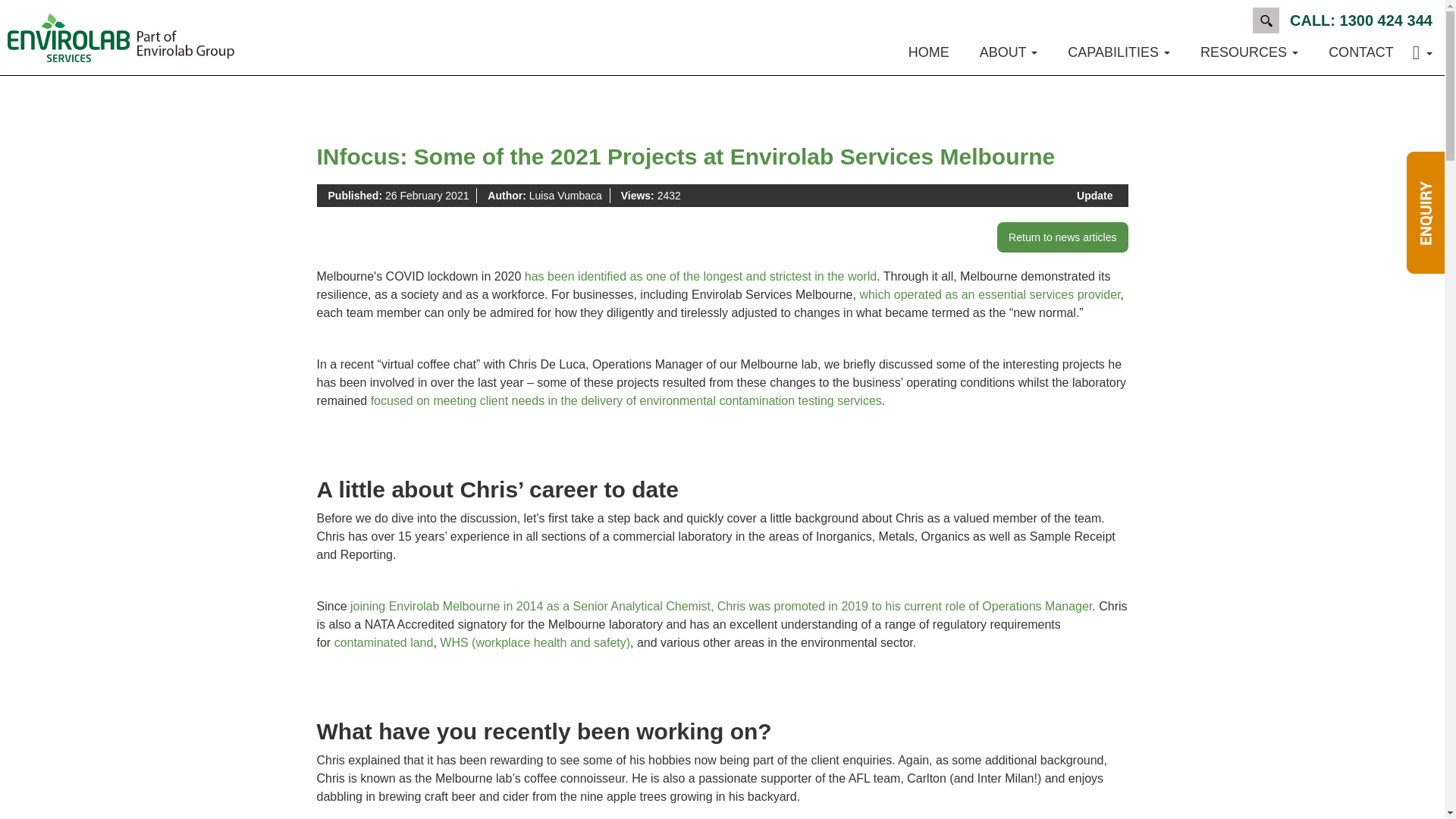 The width and height of the screenshot is (1456, 819). I want to click on 'CONTACT', so click(1313, 52).